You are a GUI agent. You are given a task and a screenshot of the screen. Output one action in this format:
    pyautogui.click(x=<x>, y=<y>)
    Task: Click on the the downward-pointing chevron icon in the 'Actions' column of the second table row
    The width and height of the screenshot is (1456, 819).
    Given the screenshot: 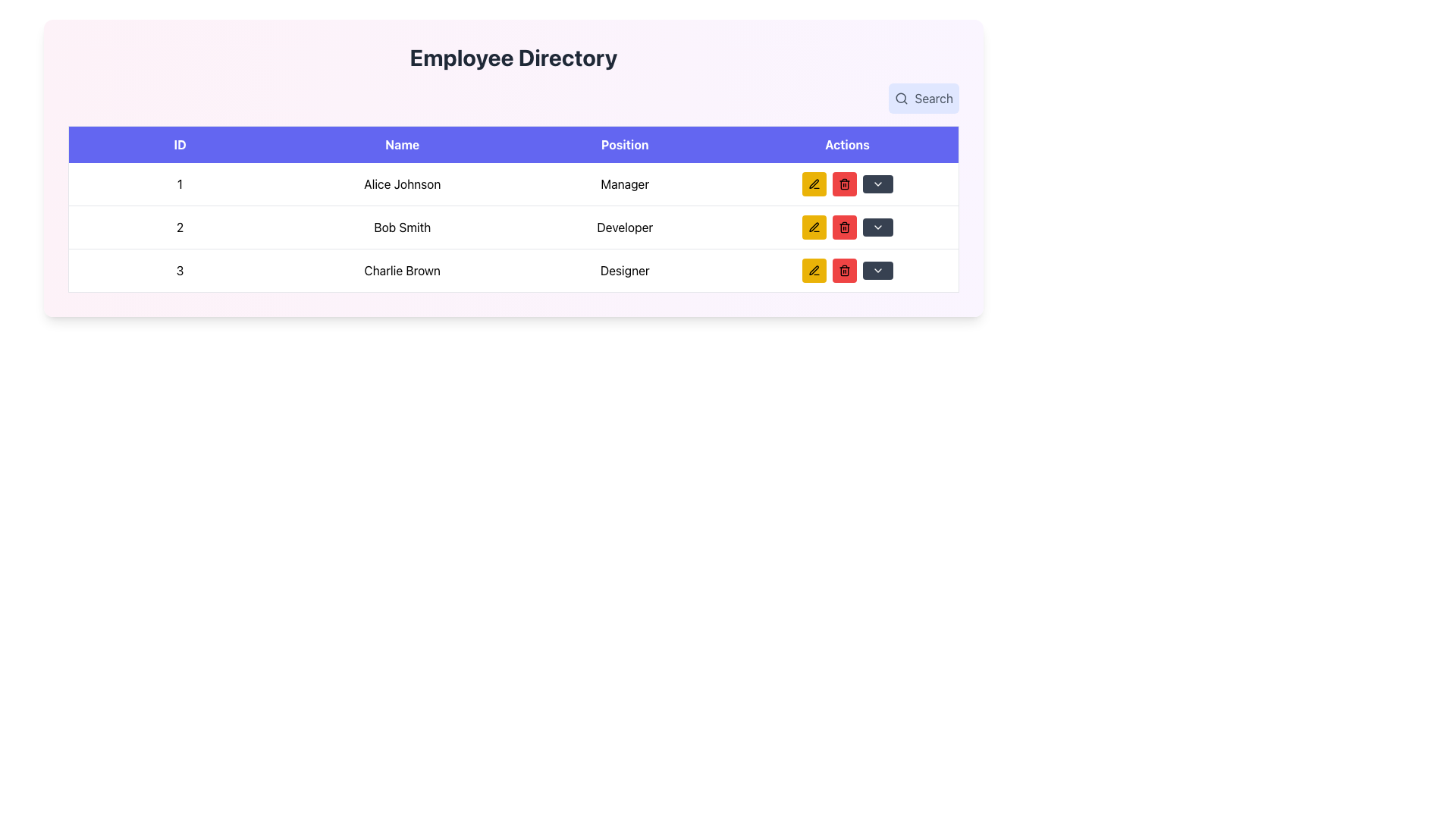 What is the action you would take?
    pyautogui.click(x=877, y=227)
    